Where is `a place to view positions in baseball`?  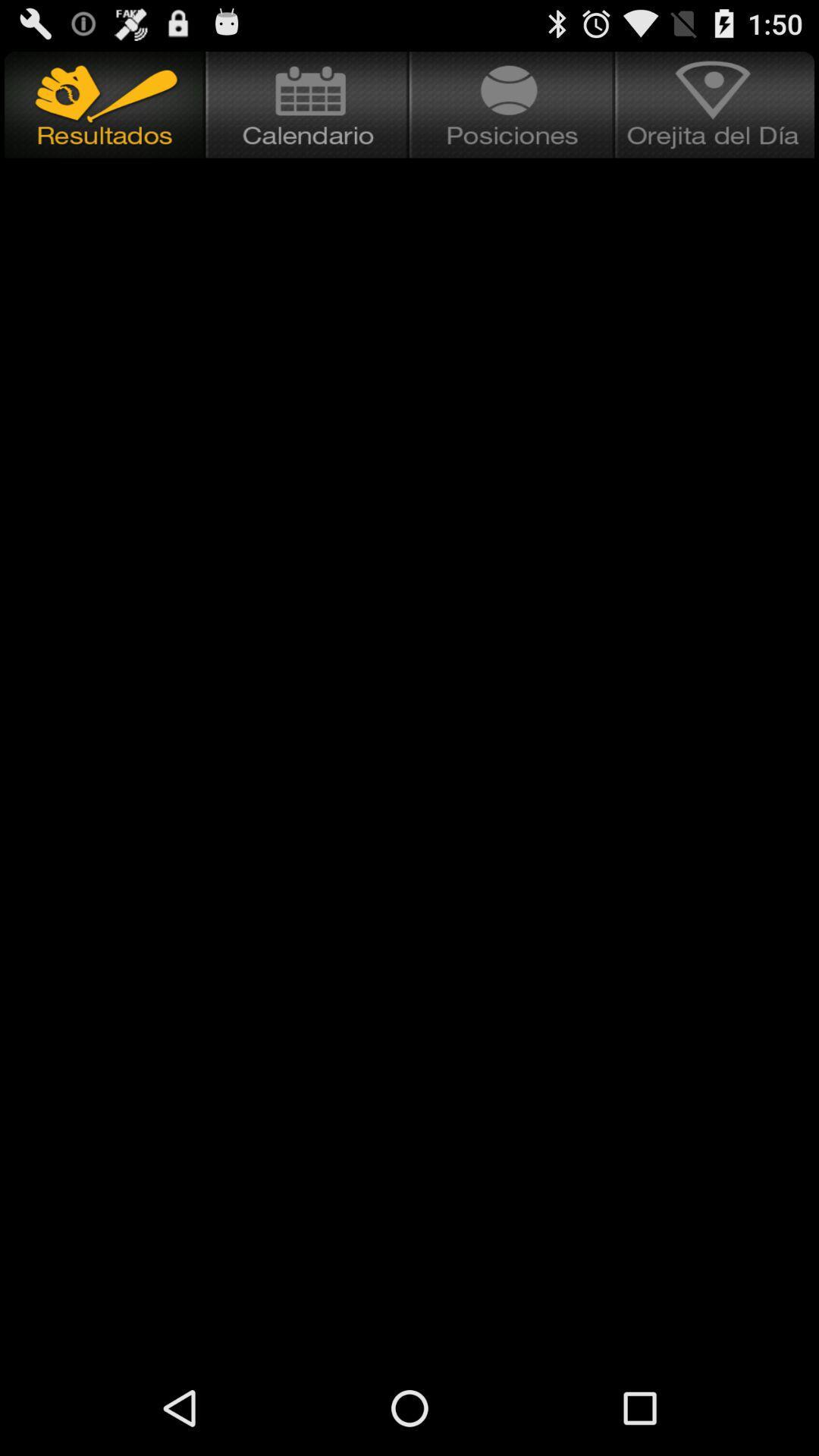 a place to view positions in baseball is located at coordinates (512, 104).